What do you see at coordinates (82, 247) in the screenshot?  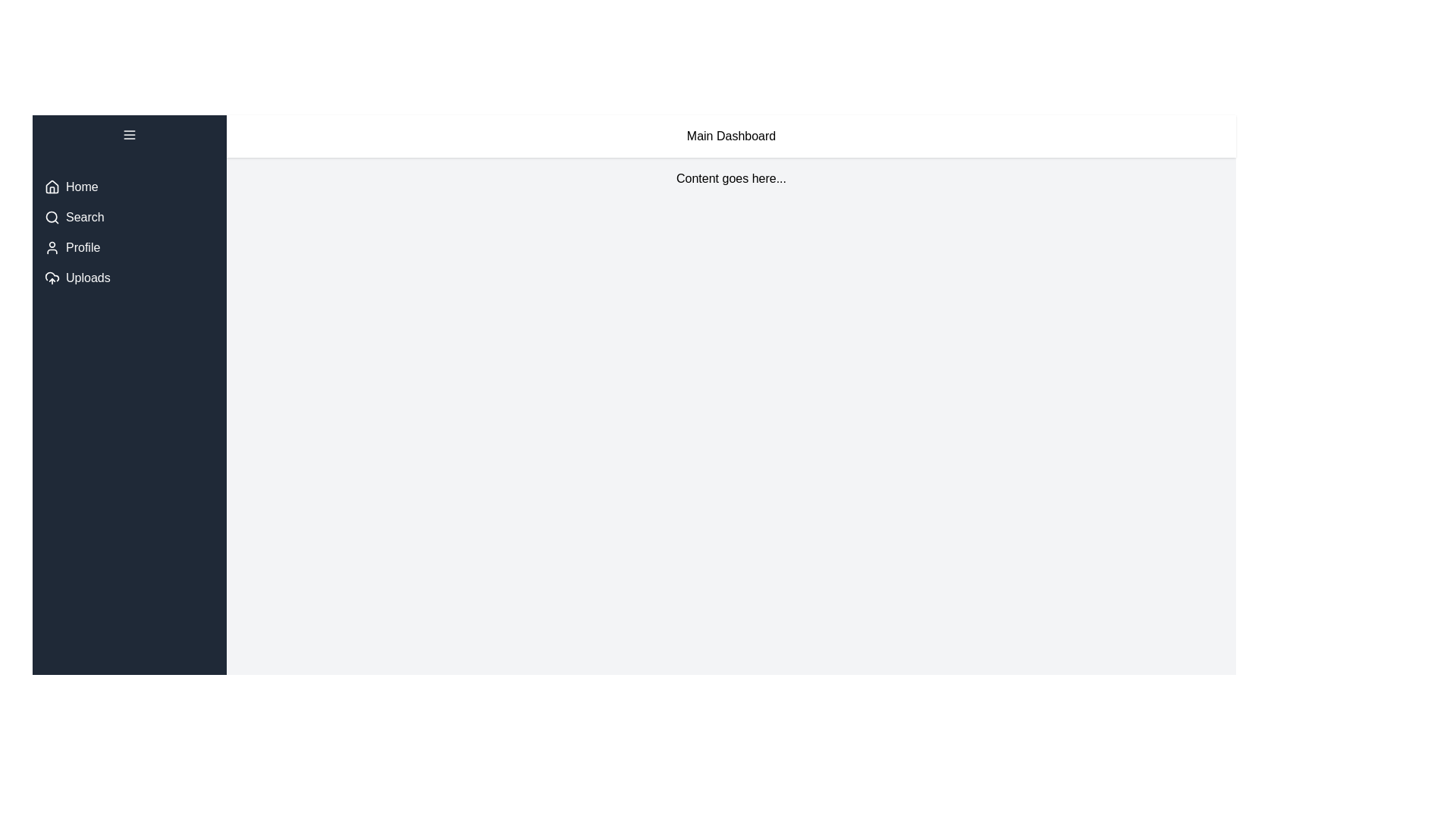 I see `the 'Profile' text label on the left sidebar` at bounding box center [82, 247].